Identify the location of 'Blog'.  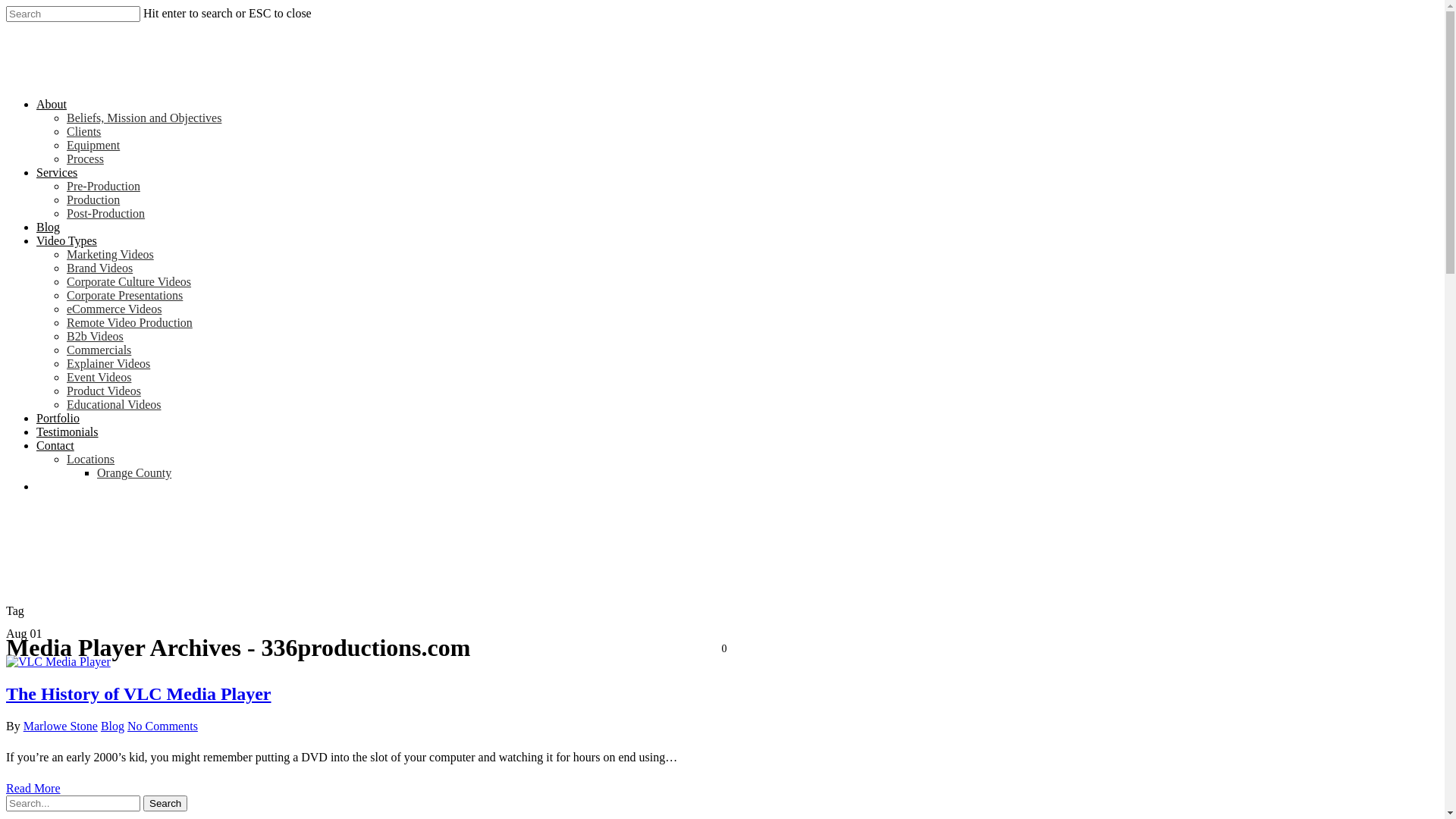
(48, 227).